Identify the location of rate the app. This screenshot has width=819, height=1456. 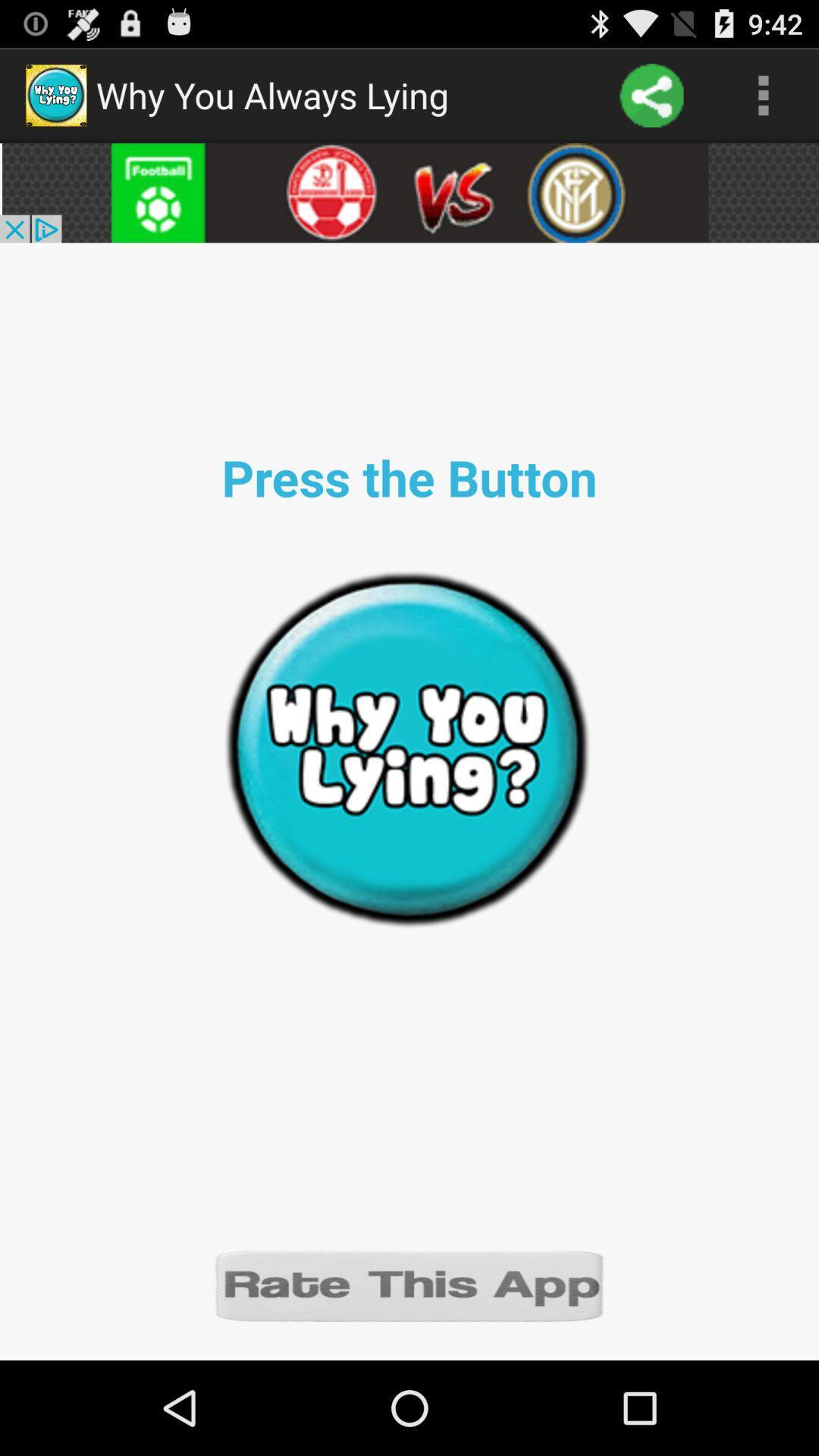
(409, 1284).